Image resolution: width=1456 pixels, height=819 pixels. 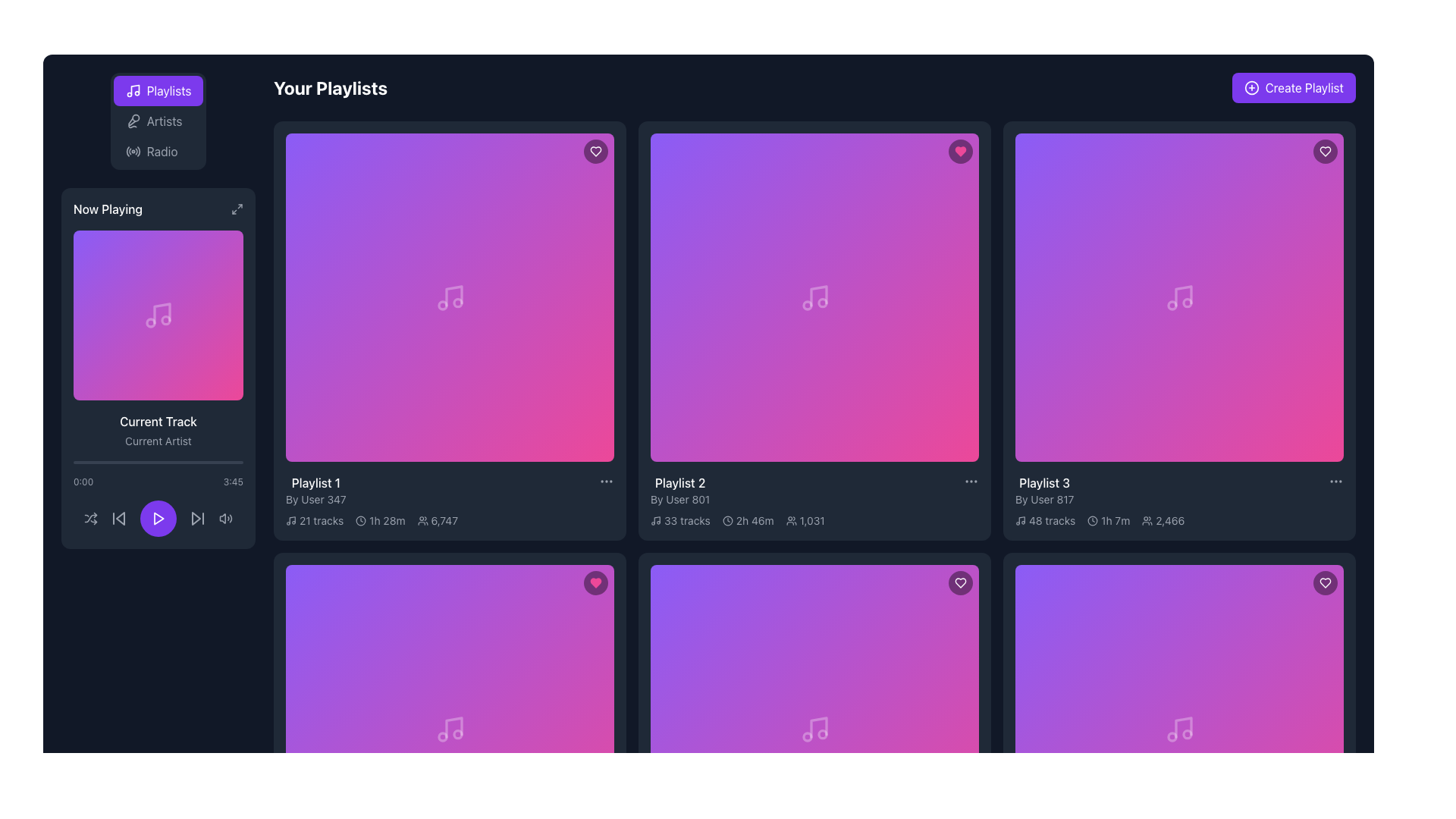 I want to click on the circular icon with a plus sign, which is part of the 'Create Playlist' button located in the top-right corner of the interface, so click(x=1251, y=87).